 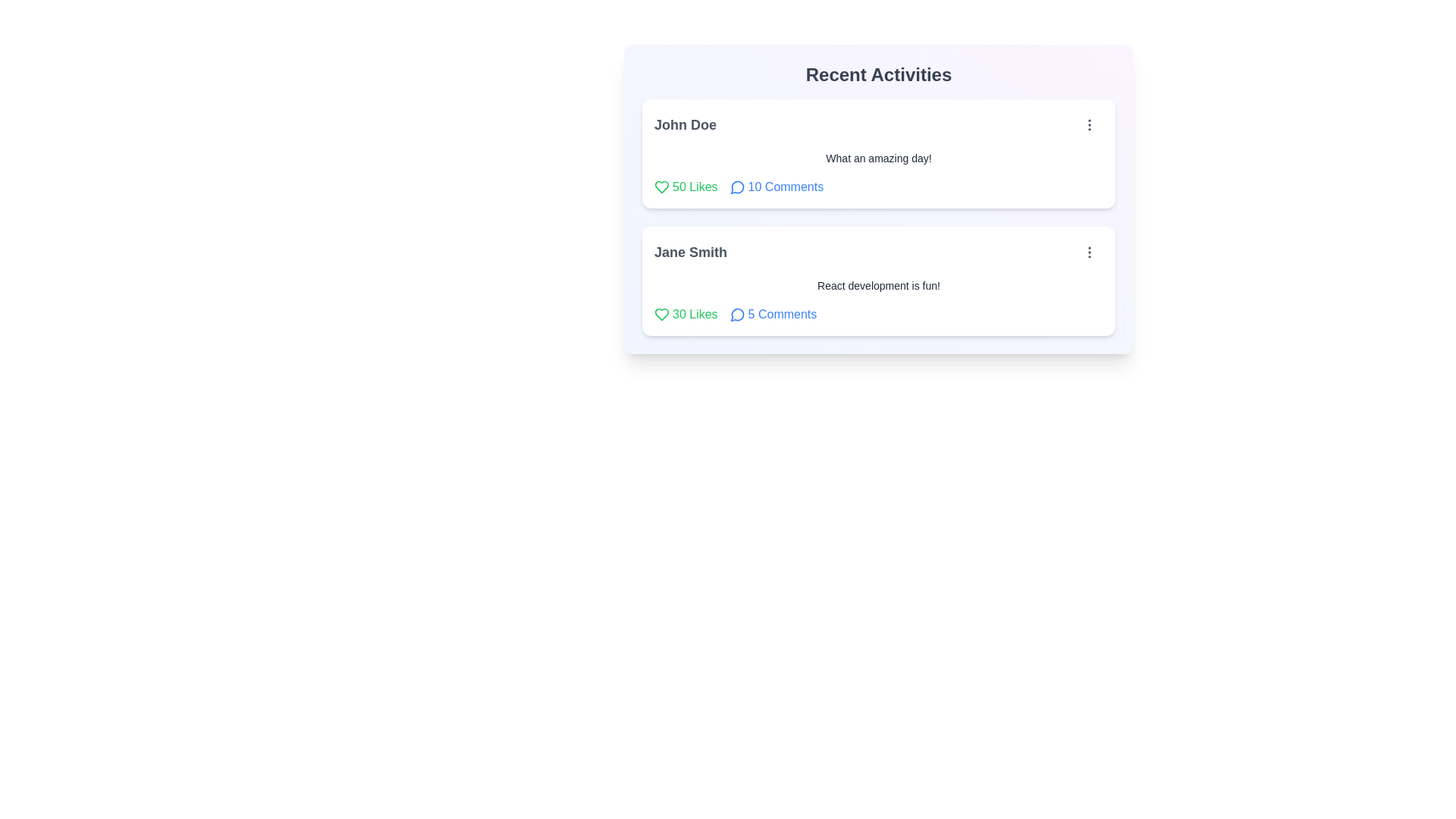 What do you see at coordinates (662, 186) in the screenshot?
I see `like button for the post identified by John Doe` at bounding box center [662, 186].